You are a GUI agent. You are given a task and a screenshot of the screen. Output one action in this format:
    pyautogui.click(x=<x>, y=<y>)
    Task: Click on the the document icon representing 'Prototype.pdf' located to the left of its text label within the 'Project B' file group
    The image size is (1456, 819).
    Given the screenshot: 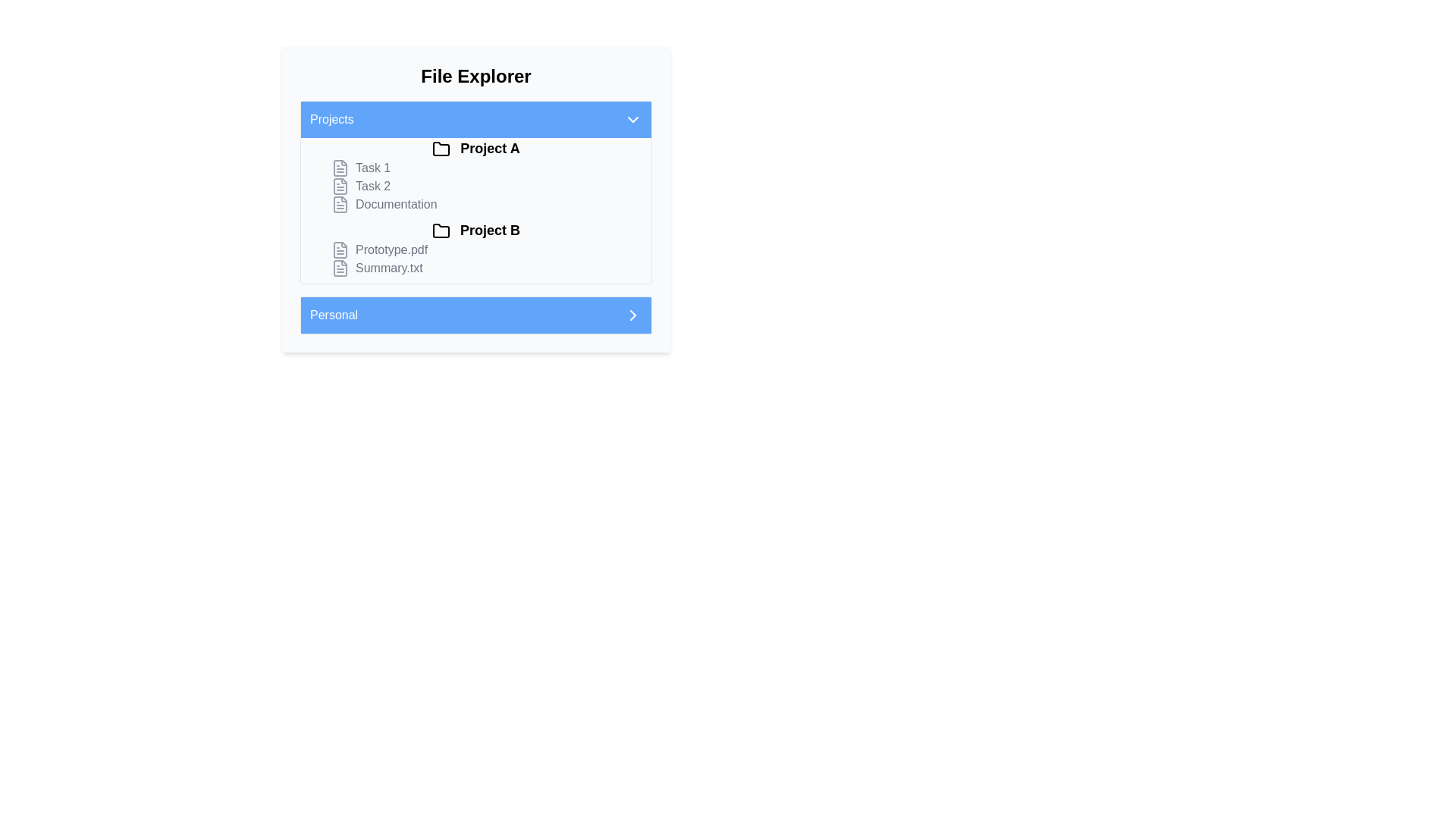 What is the action you would take?
    pyautogui.click(x=340, y=249)
    